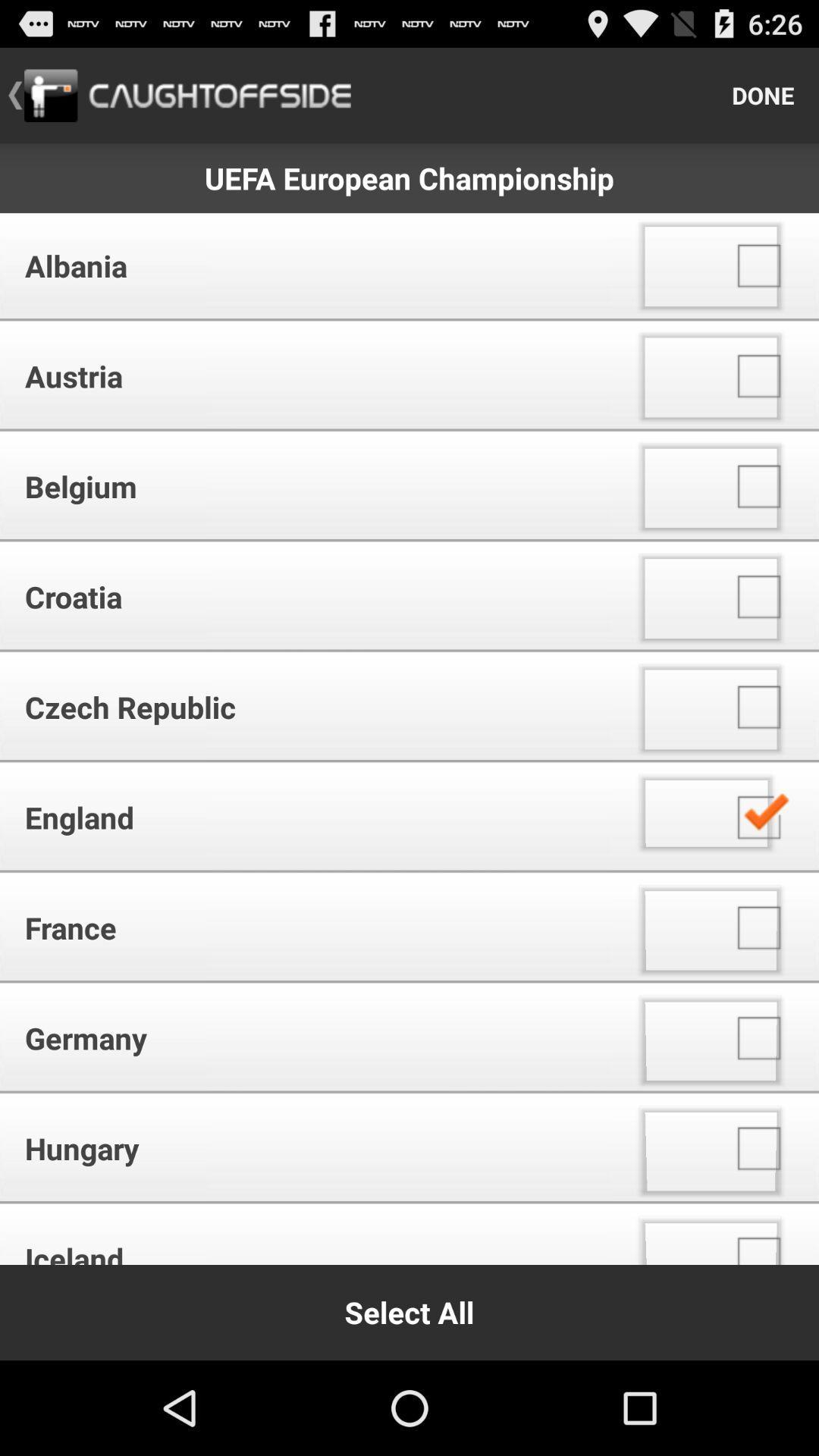 This screenshot has height=1456, width=819. I want to click on the icon below austria app, so click(310, 486).